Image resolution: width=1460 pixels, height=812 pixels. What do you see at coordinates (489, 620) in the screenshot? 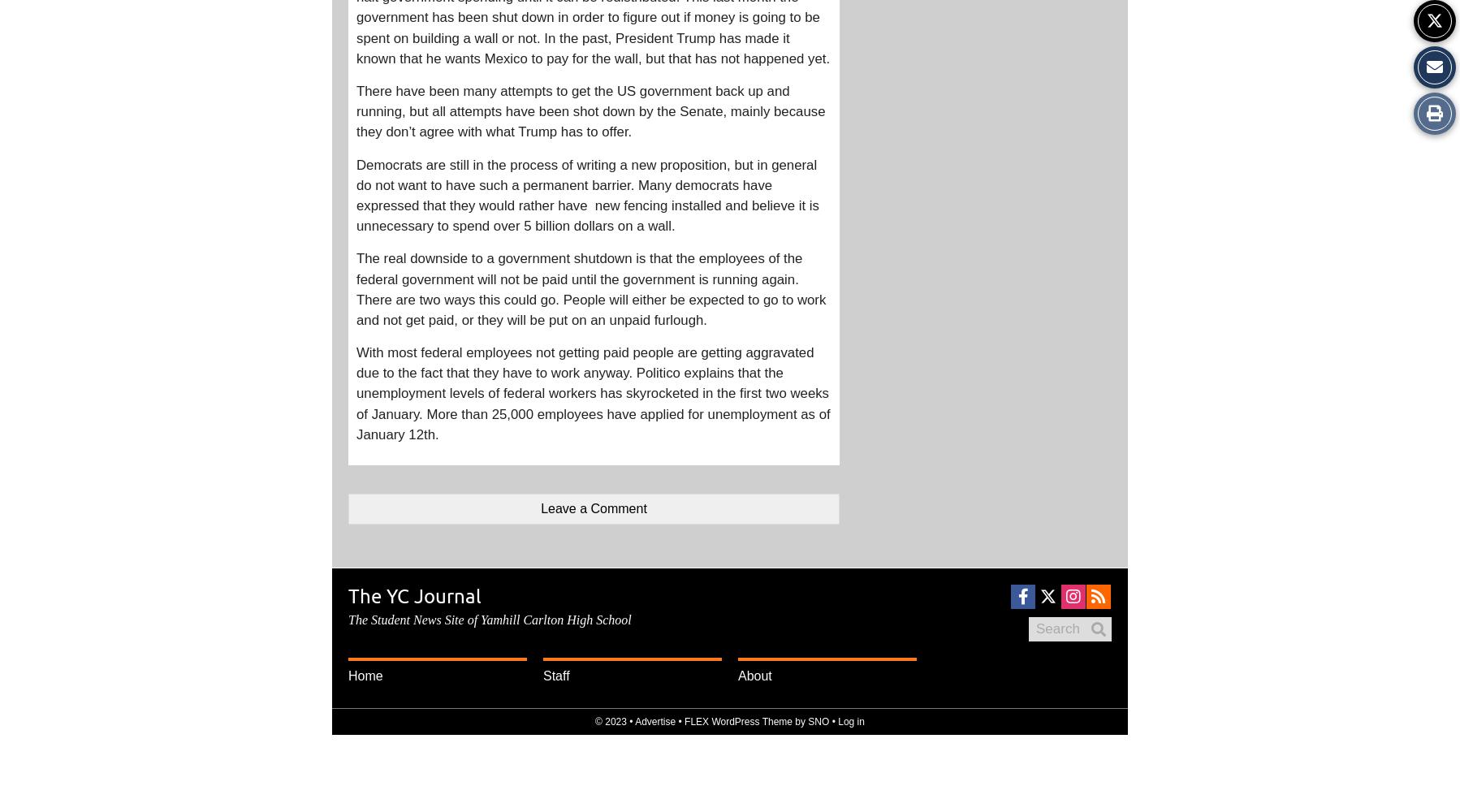
I see `'The Student News Site of Yamhill Carlton High School'` at bounding box center [489, 620].